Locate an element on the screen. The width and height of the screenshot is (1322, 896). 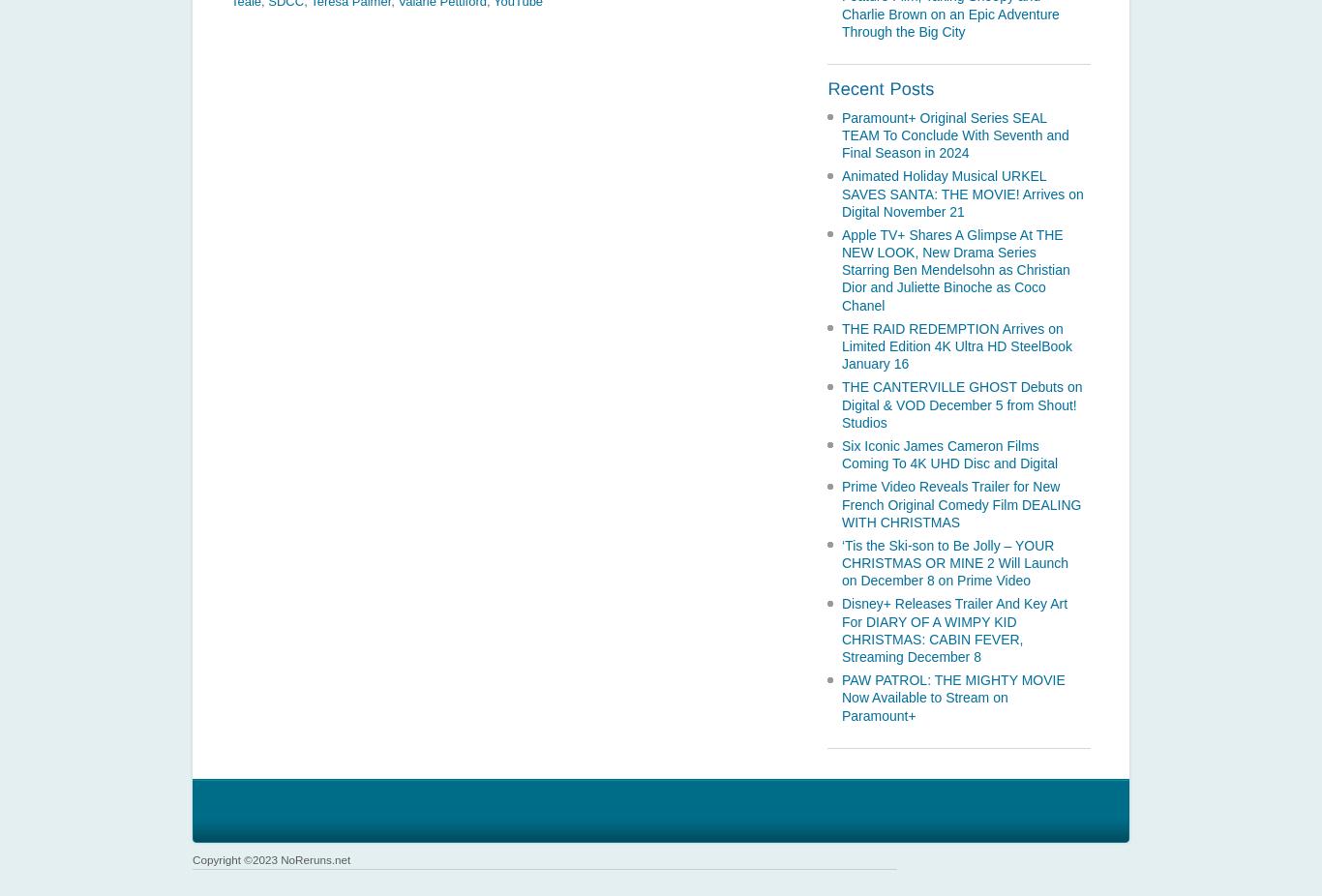
'PAW PATROL: THE MIGHTY MOVIE Now Available to Stream on Paramount+' is located at coordinates (953, 697).